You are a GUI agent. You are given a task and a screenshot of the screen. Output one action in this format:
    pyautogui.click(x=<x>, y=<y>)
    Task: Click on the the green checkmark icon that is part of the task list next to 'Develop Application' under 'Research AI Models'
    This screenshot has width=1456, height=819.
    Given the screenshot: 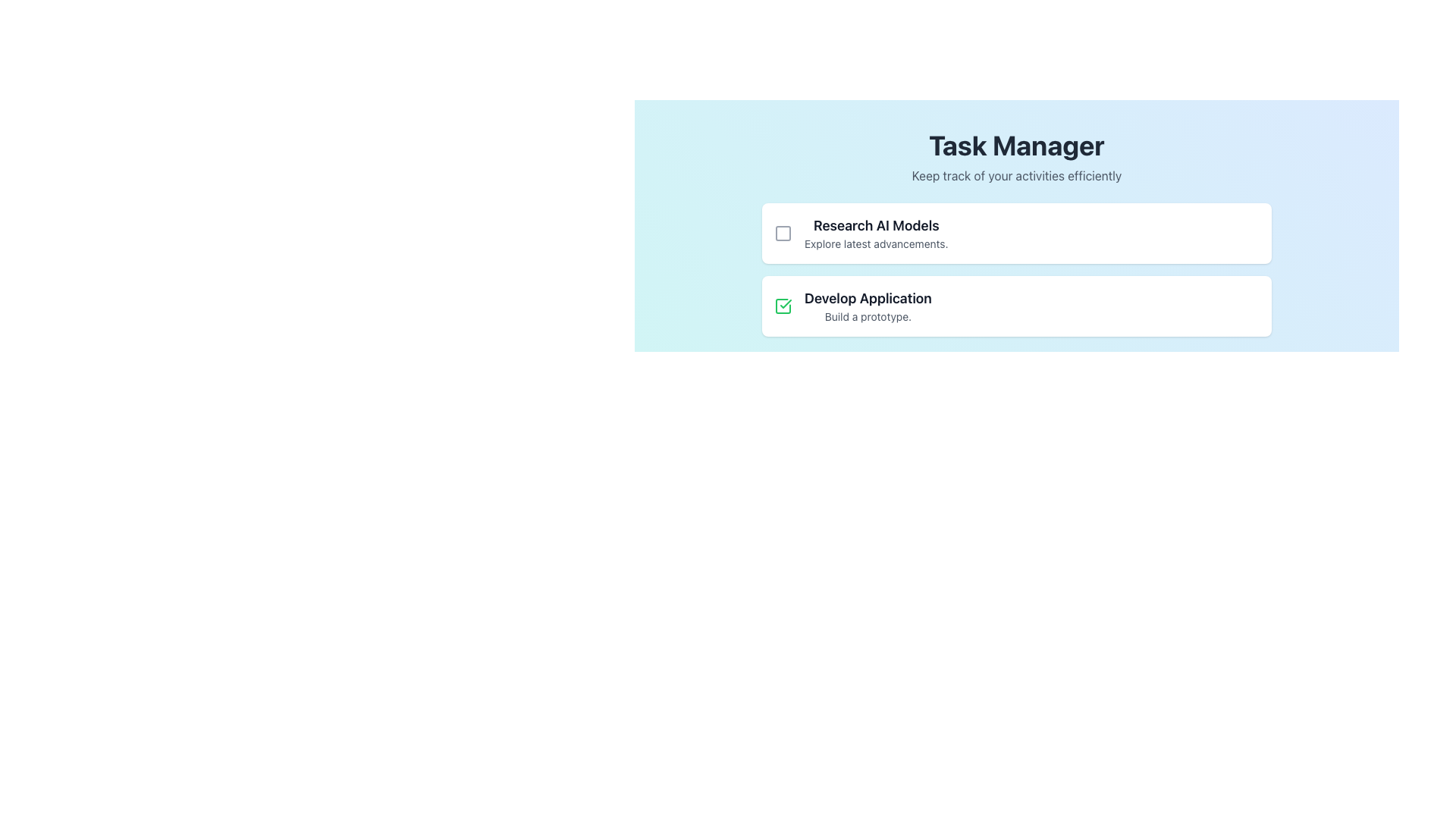 What is the action you would take?
    pyautogui.click(x=786, y=304)
    